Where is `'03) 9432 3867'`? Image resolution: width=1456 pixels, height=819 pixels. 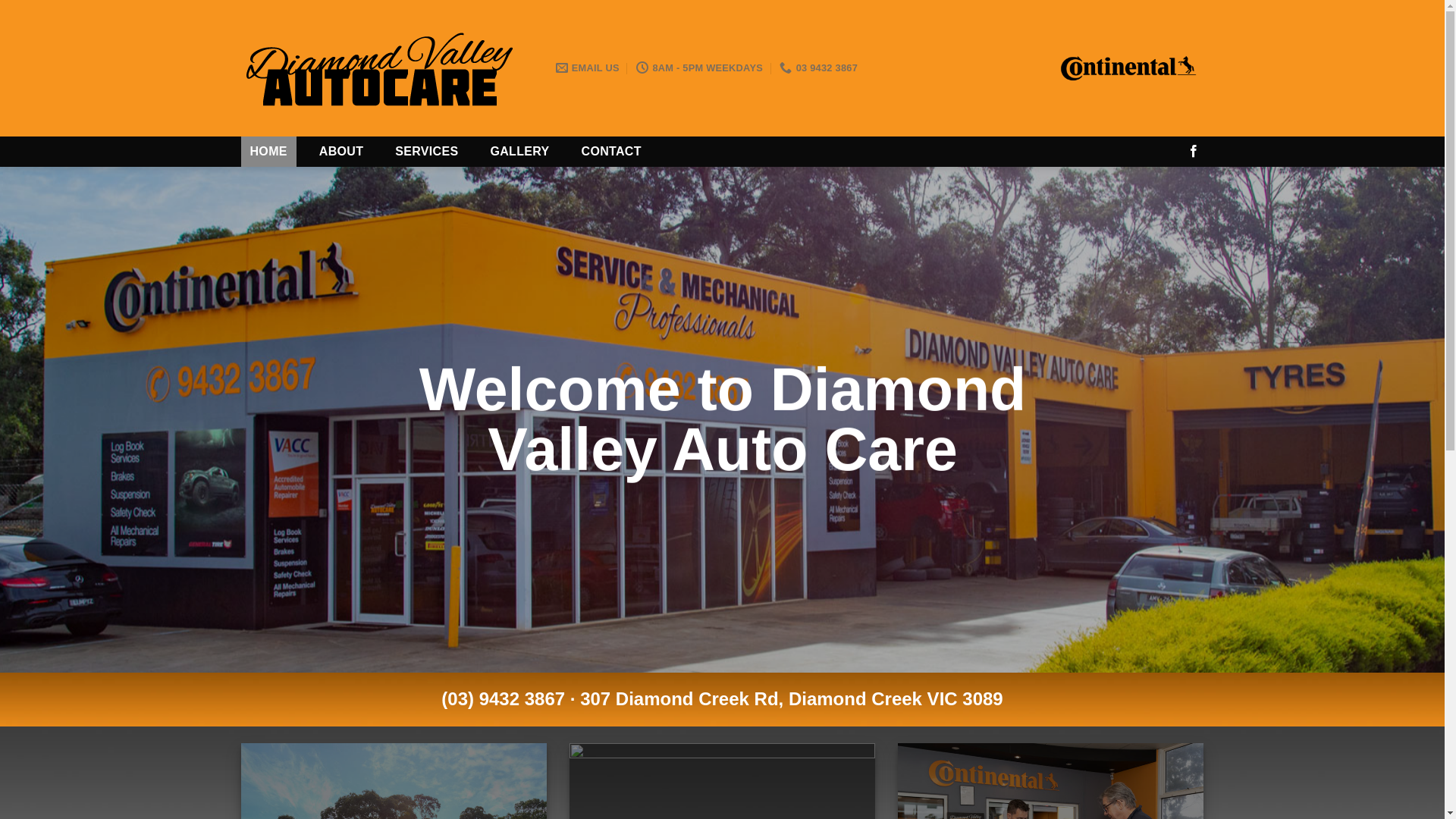 '03) 9432 3867' is located at coordinates (447, 698).